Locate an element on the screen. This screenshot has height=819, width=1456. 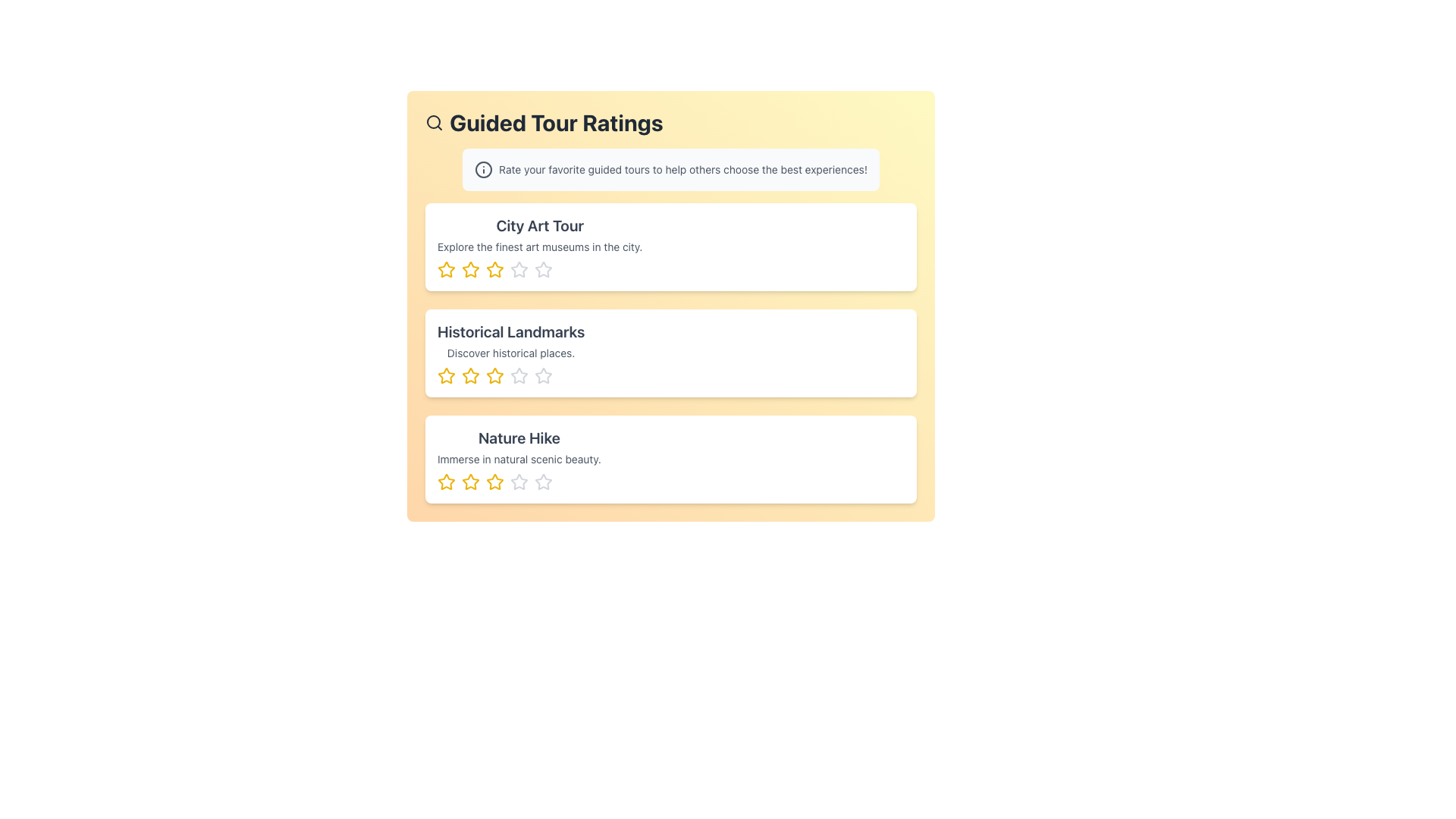
the second yellow star icon for the 'Historical Landmarks' rating option is located at coordinates (469, 375).